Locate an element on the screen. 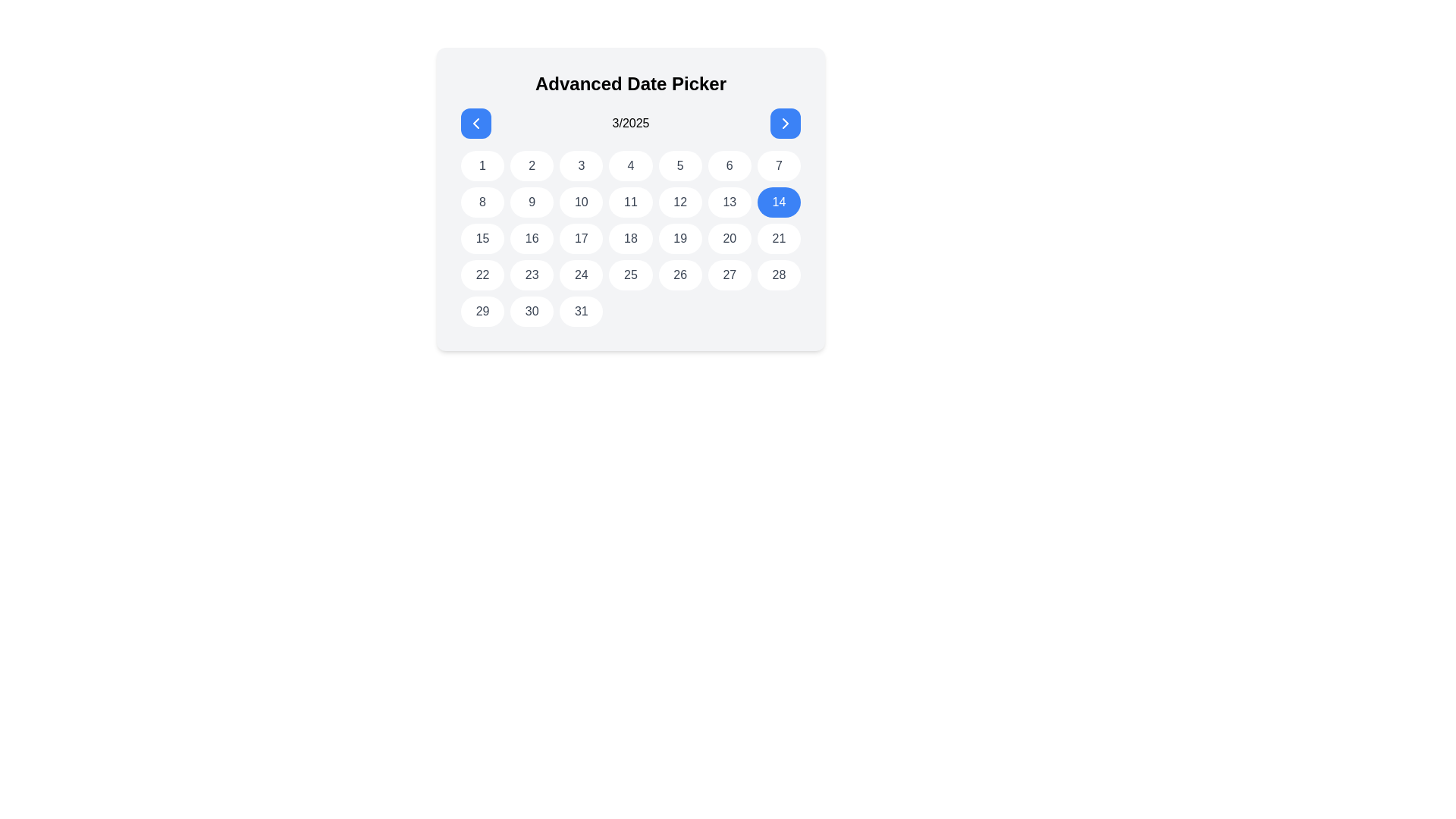  the button that allows the user to select the date '18' in the calendar interface is located at coordinates (630, 239).